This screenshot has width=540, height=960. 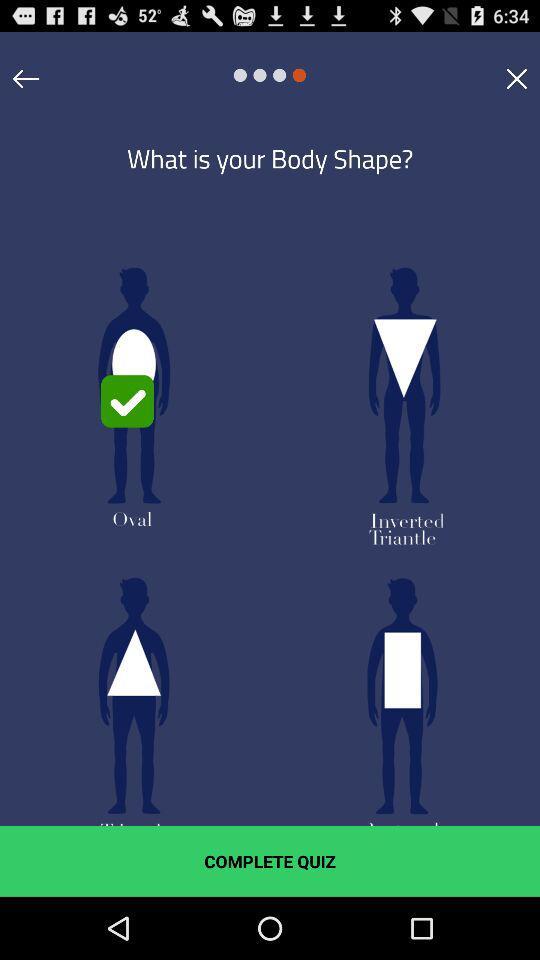 What do you see at coordinates (270, 860) in the screenshot?
I see `complete quiz at the bottom` at bounding box center [270, 860].